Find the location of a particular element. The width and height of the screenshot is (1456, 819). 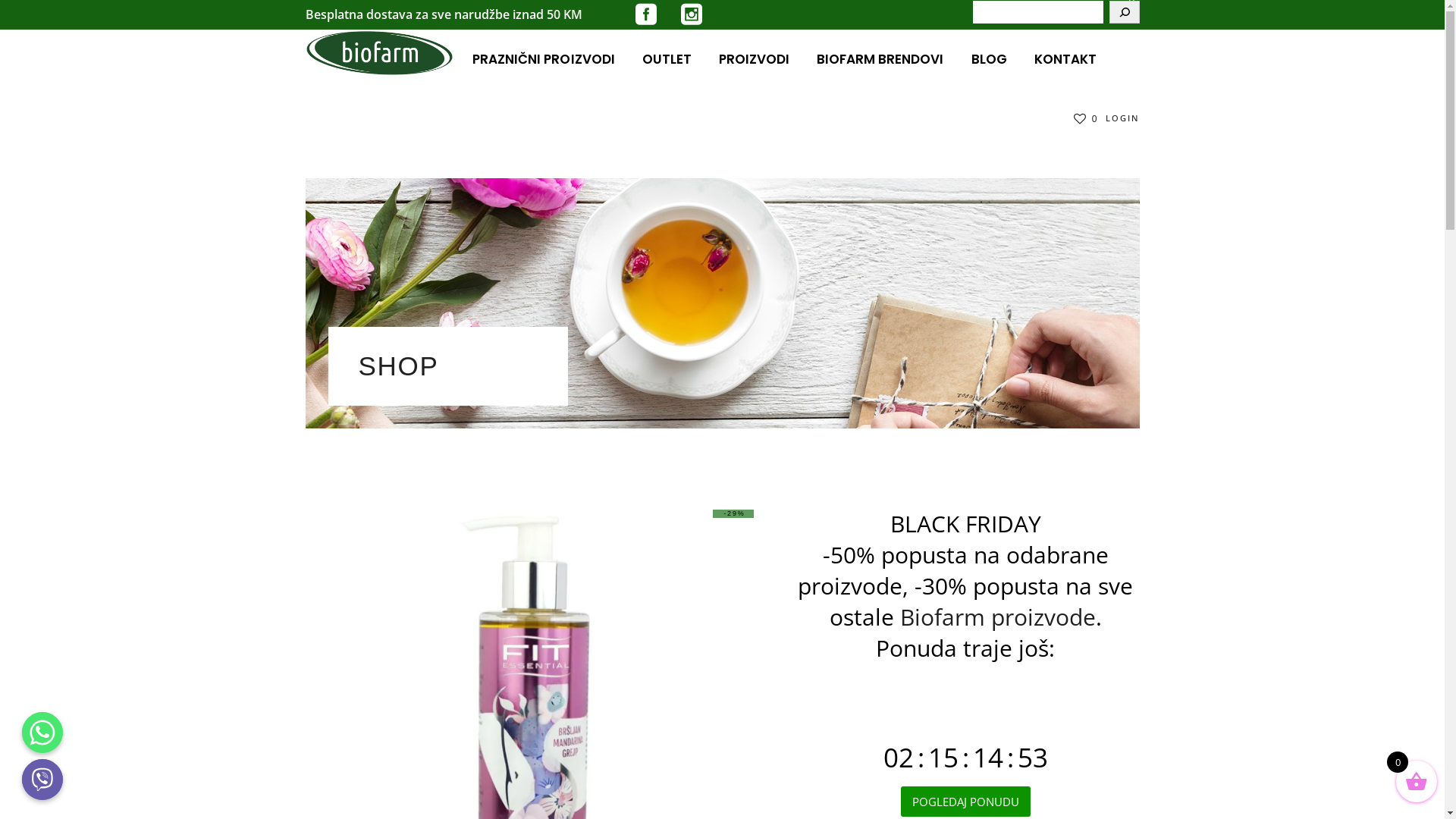

'OUTLET' is located at coordinates (667, 58).